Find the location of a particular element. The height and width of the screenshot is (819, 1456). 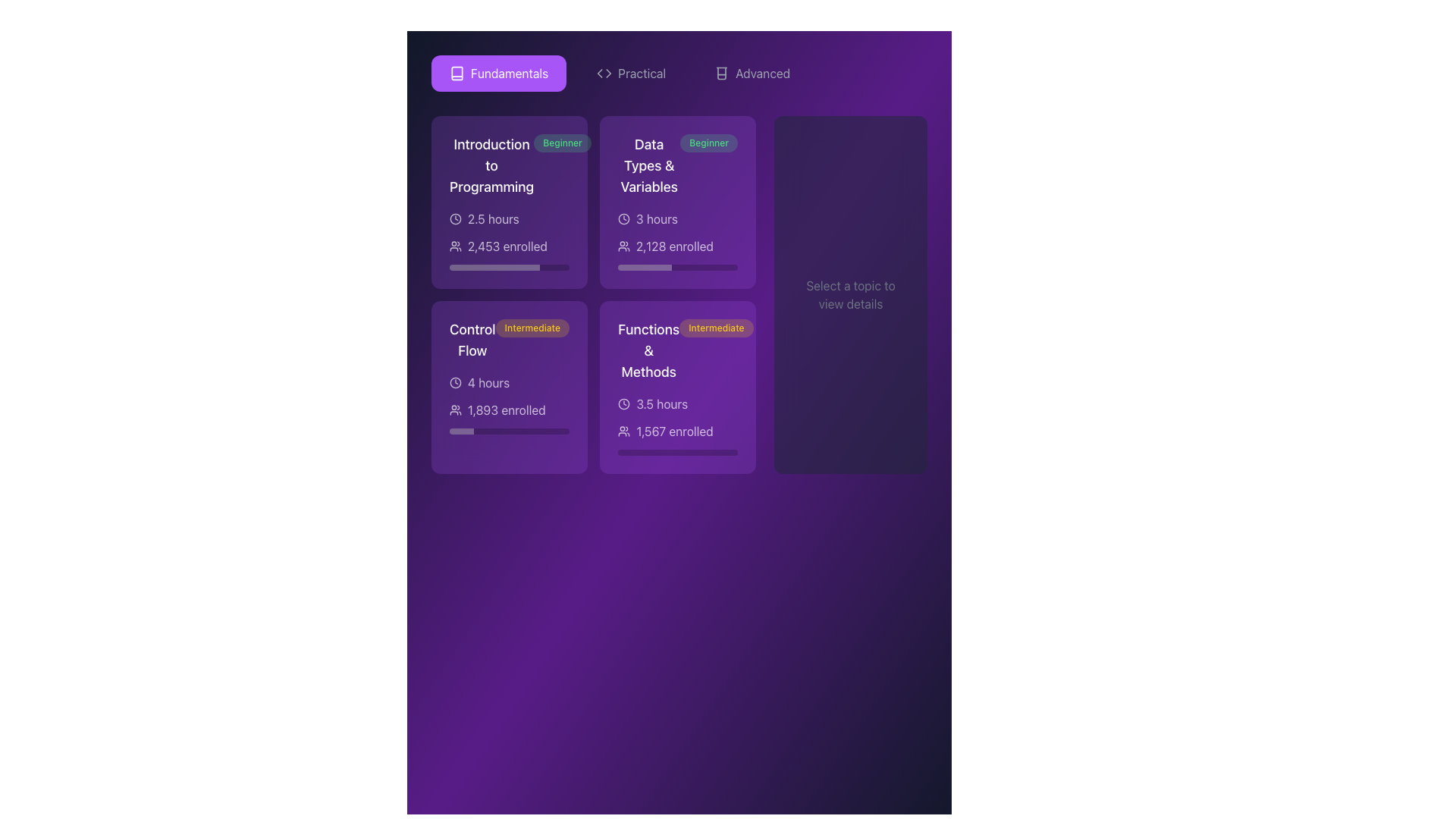

the progress bar segment that represents 45% completion within the 'Data Types & Variables' card is located at coordinates (645, 267).